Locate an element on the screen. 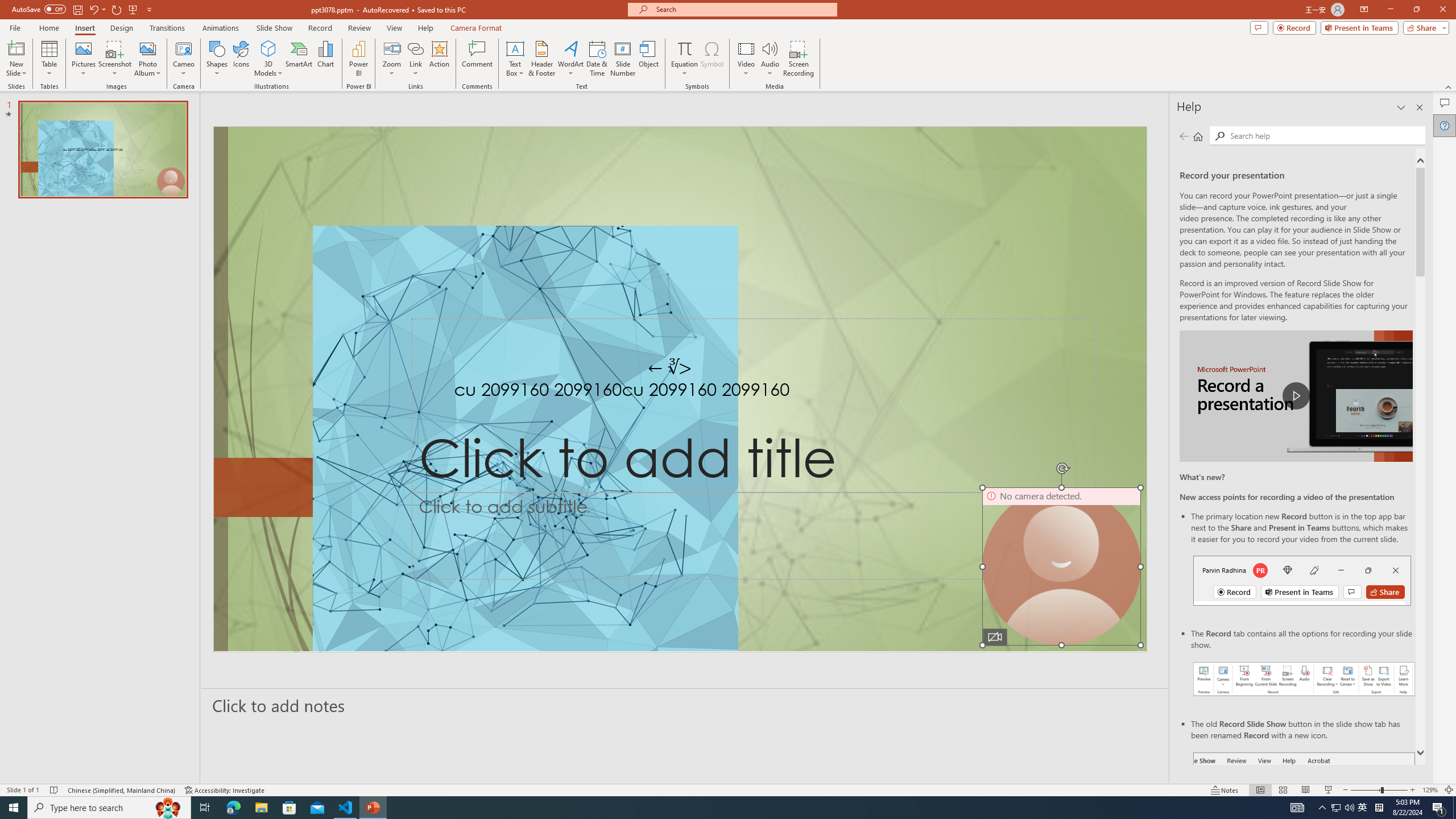  'Chart...' is located at coordinates (325, 59).